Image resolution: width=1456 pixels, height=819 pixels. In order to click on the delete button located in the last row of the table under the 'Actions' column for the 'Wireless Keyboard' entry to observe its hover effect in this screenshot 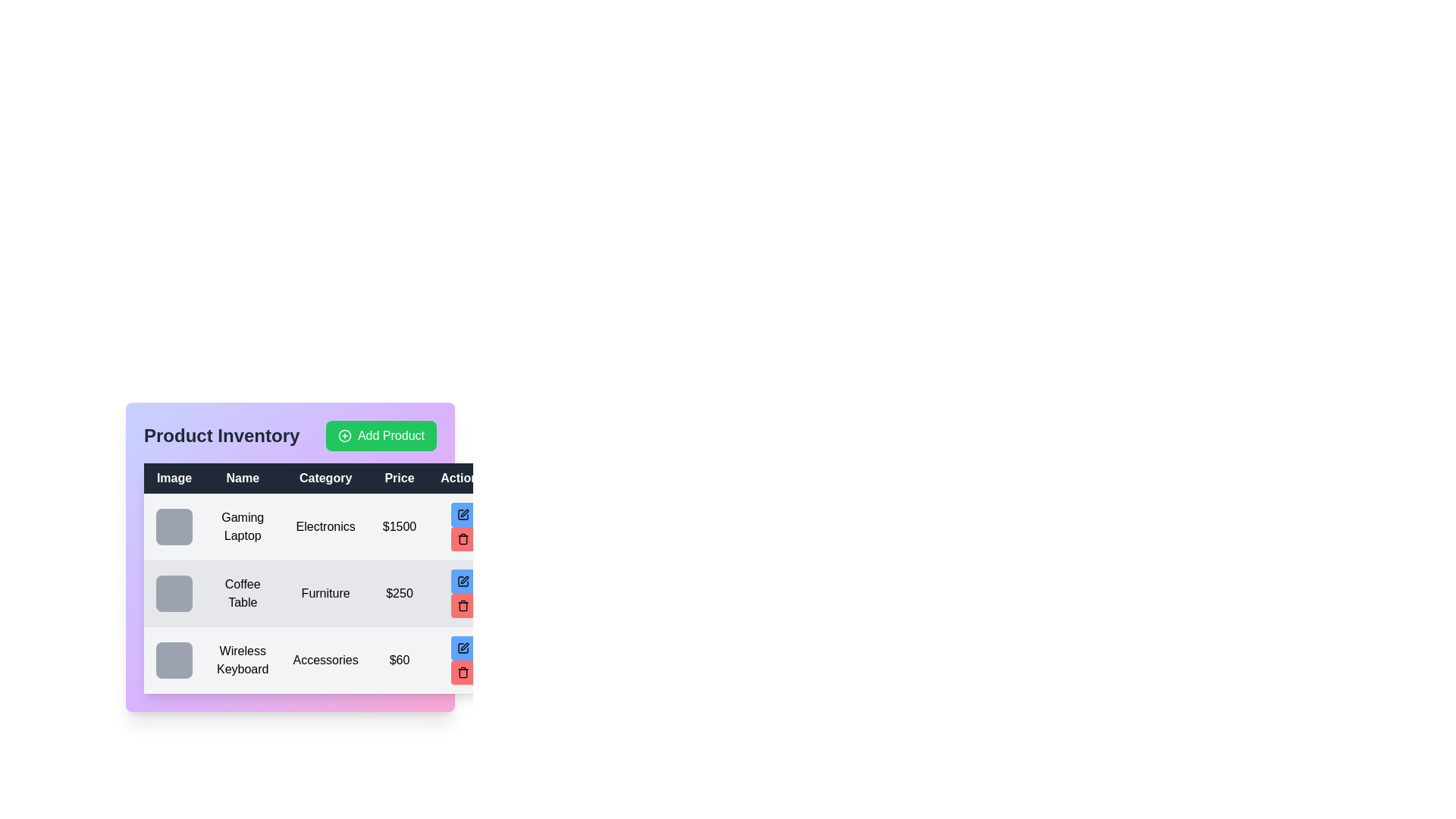, I will do `click(462, 660)`.